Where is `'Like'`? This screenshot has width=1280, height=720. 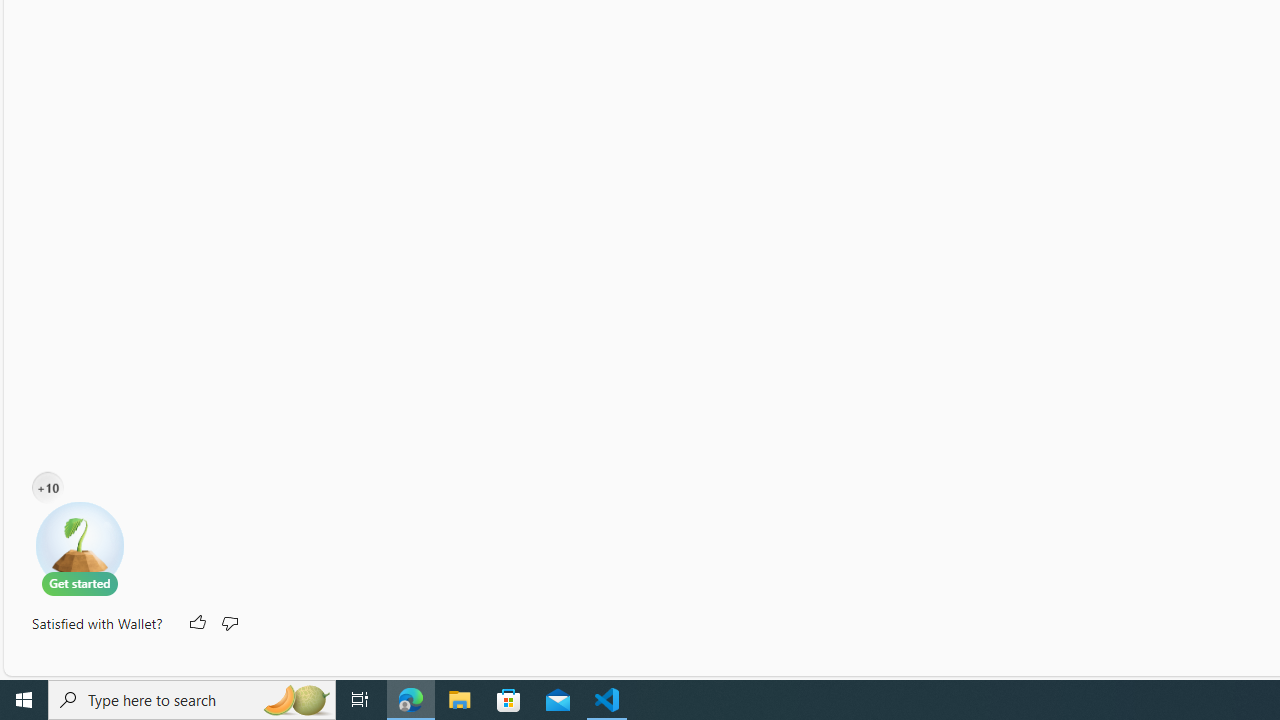
'Like' is located at coordinates (197, 622).